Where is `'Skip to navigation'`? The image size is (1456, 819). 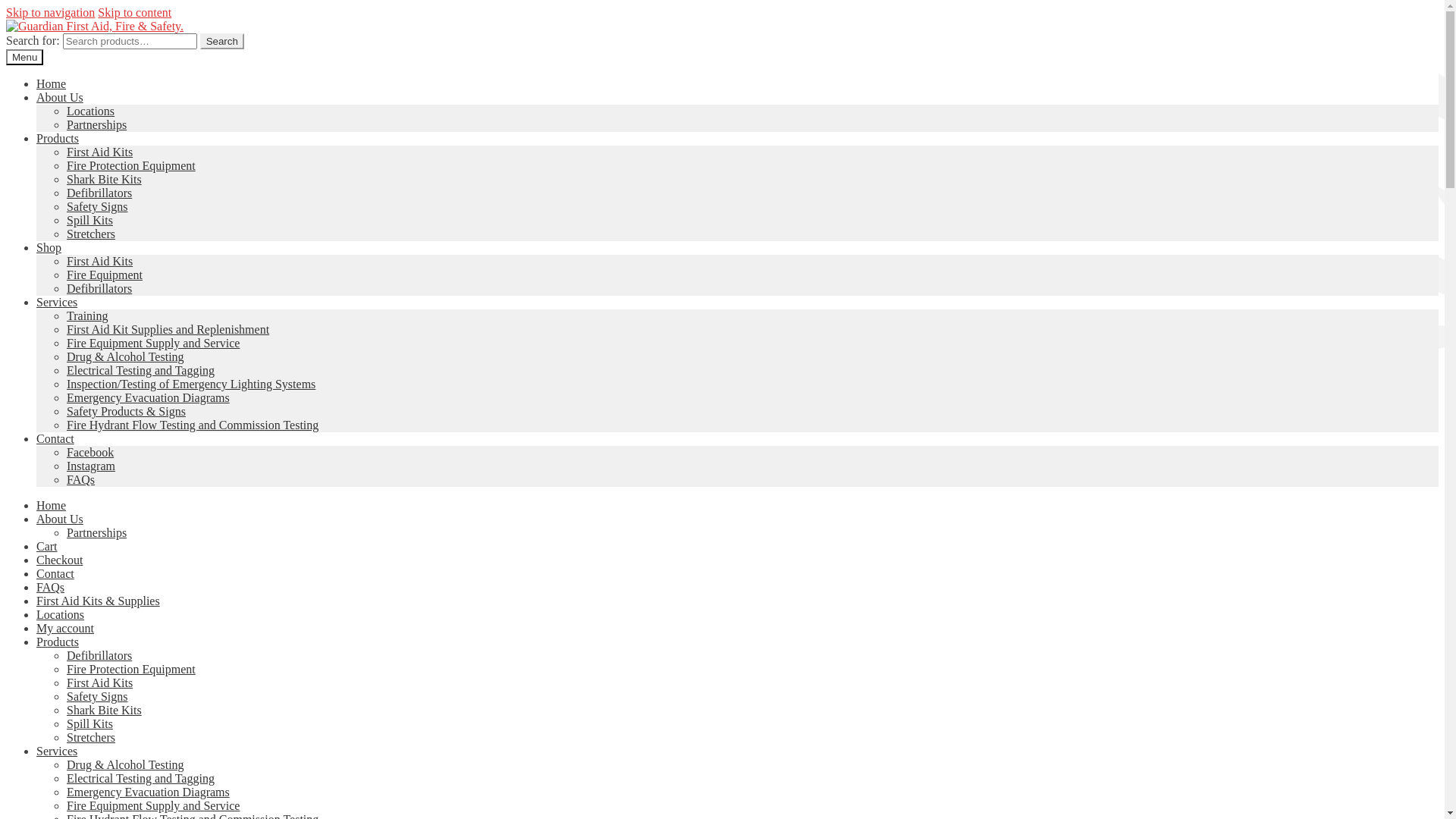 'Skip to navigation' is located at coordinates (50, 12).